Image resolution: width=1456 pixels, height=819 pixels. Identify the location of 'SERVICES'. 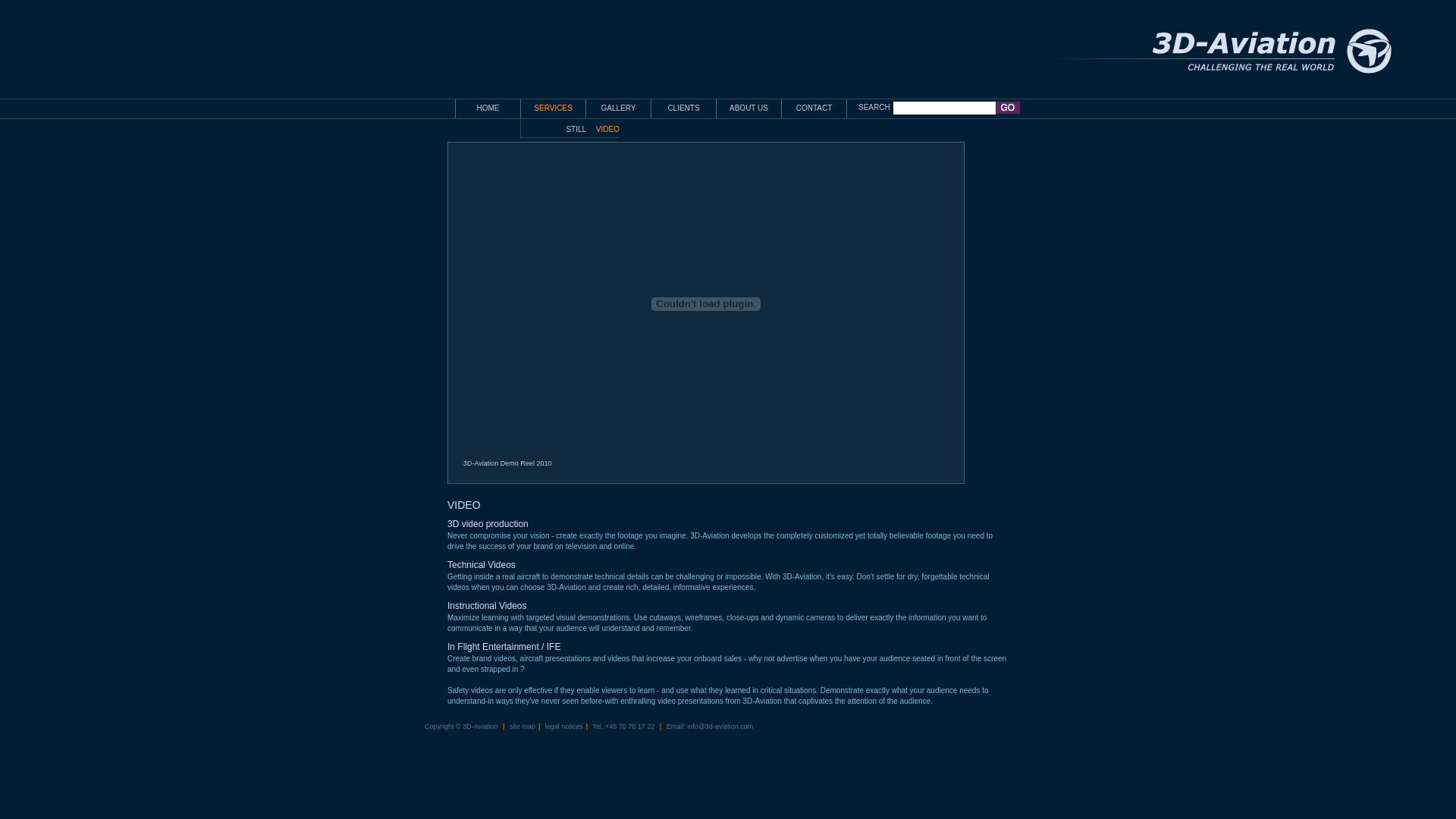
(552, 108).